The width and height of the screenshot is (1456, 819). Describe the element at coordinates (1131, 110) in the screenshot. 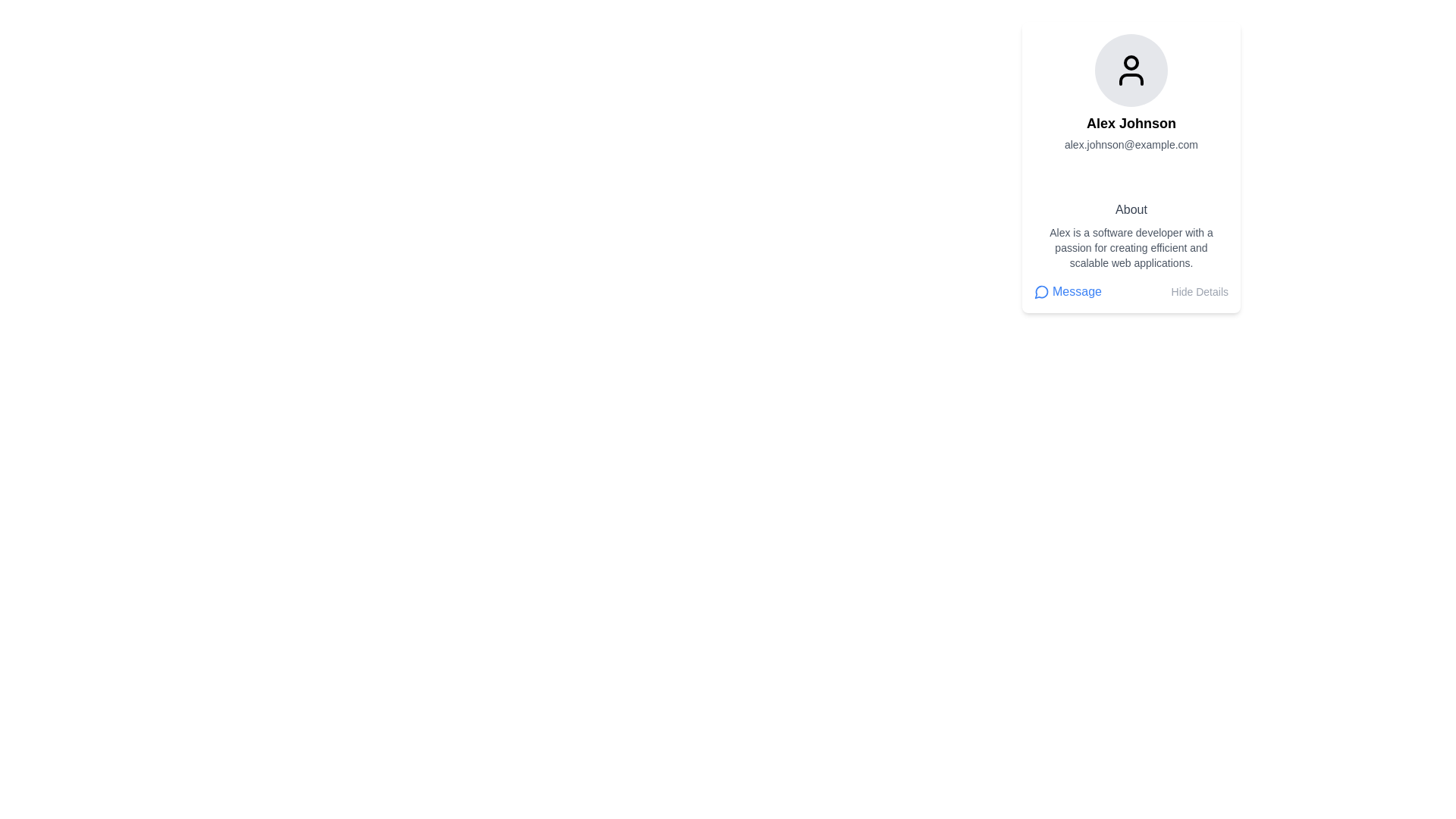

I see `the name 'Alex Johnson' in the Profile Display Section` at that location.